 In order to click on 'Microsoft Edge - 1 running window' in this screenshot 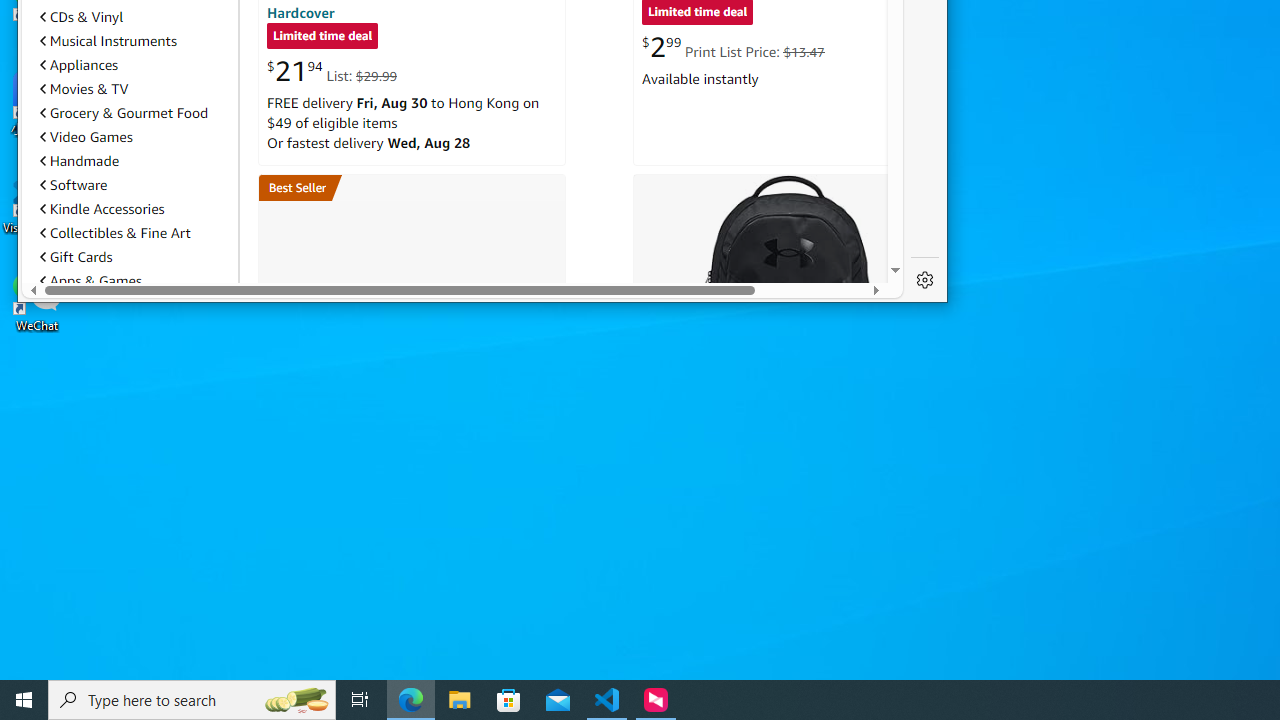, I will do `click(410, 698)`.